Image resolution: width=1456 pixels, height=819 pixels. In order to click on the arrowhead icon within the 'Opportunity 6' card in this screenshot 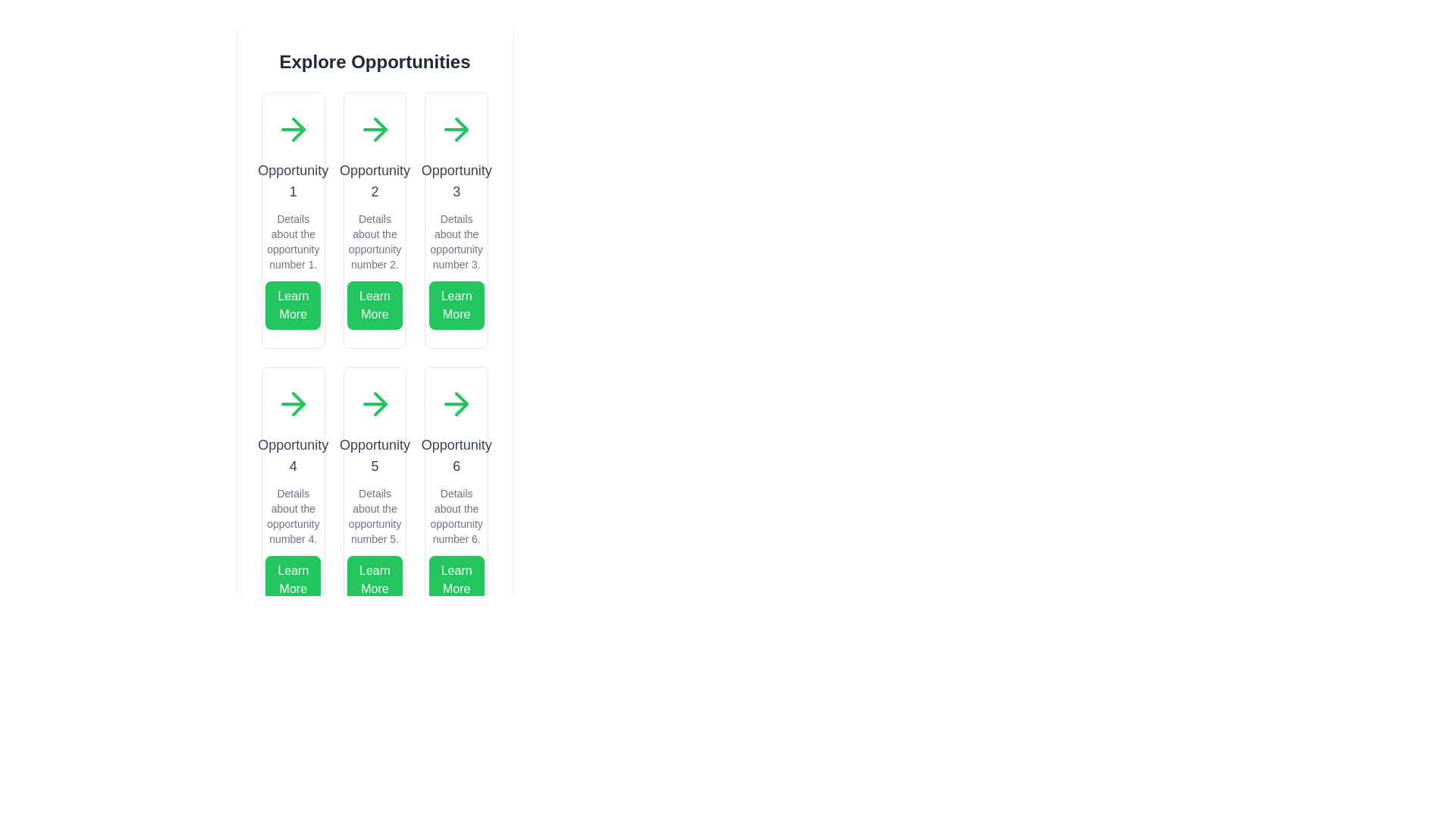, I will do `click(461, 403)`.